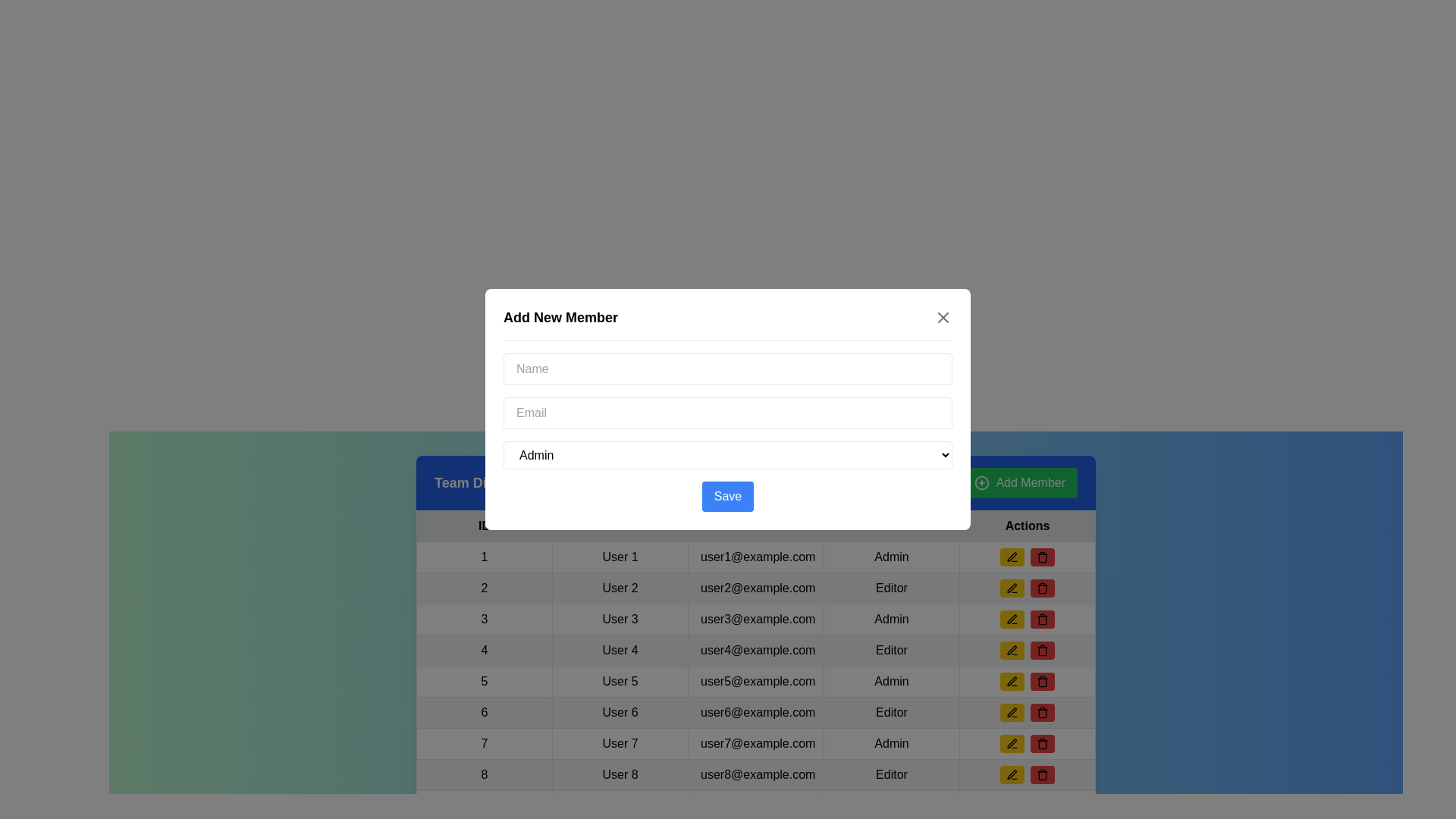 The width and height of the screenshot is (1456, 819). I want to click on the editing icon button in the 'Actions' column of the table for 'User 1', so click(1012, 557).